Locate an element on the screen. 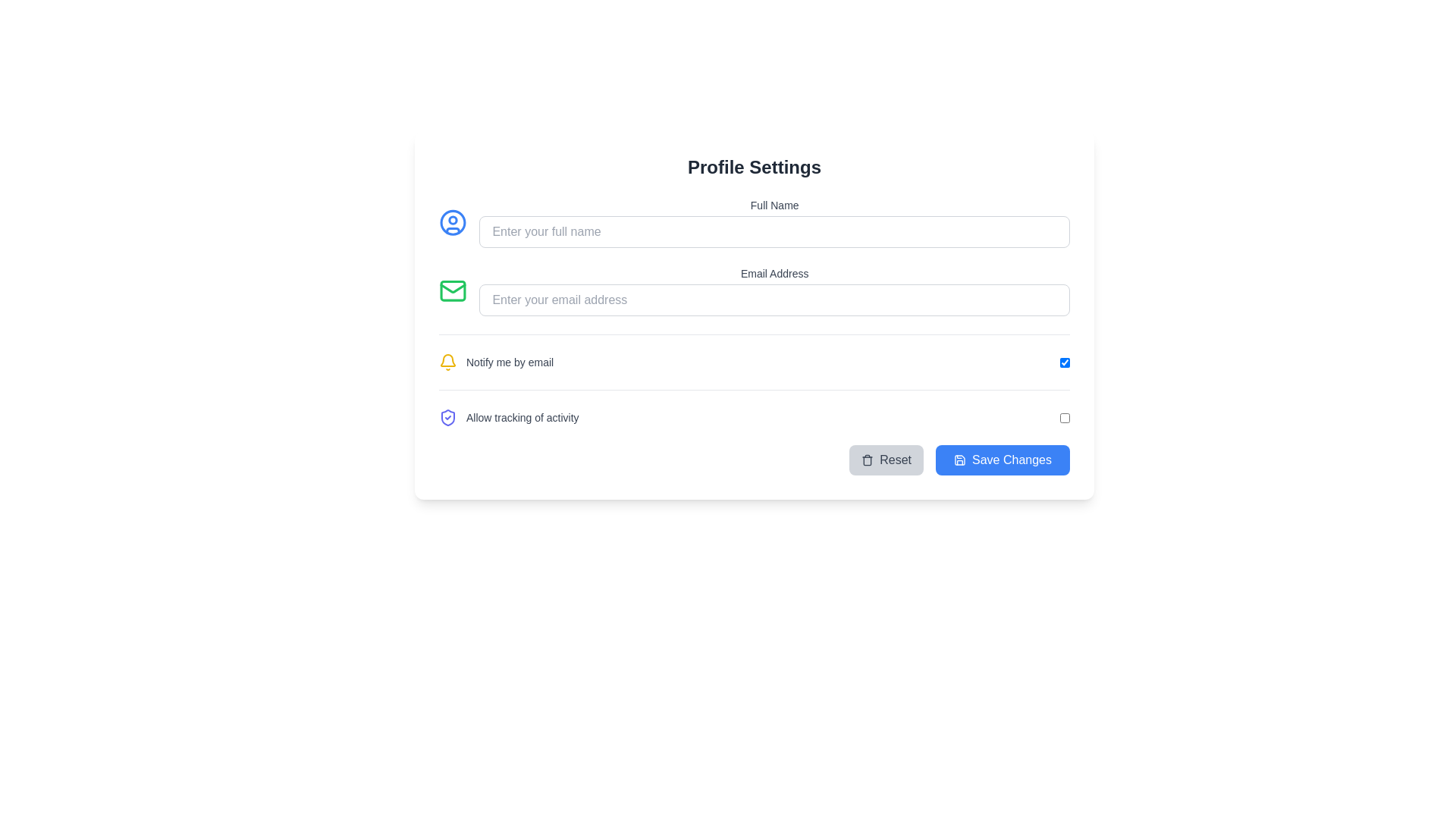 The width and height of the screenshot is (1456, 819). the 'Allow tracking of activity' label with an accompanying icon, located below the 'Notify me by email' option and to the left of its associated checkbox is located at coordinates (509, 418).